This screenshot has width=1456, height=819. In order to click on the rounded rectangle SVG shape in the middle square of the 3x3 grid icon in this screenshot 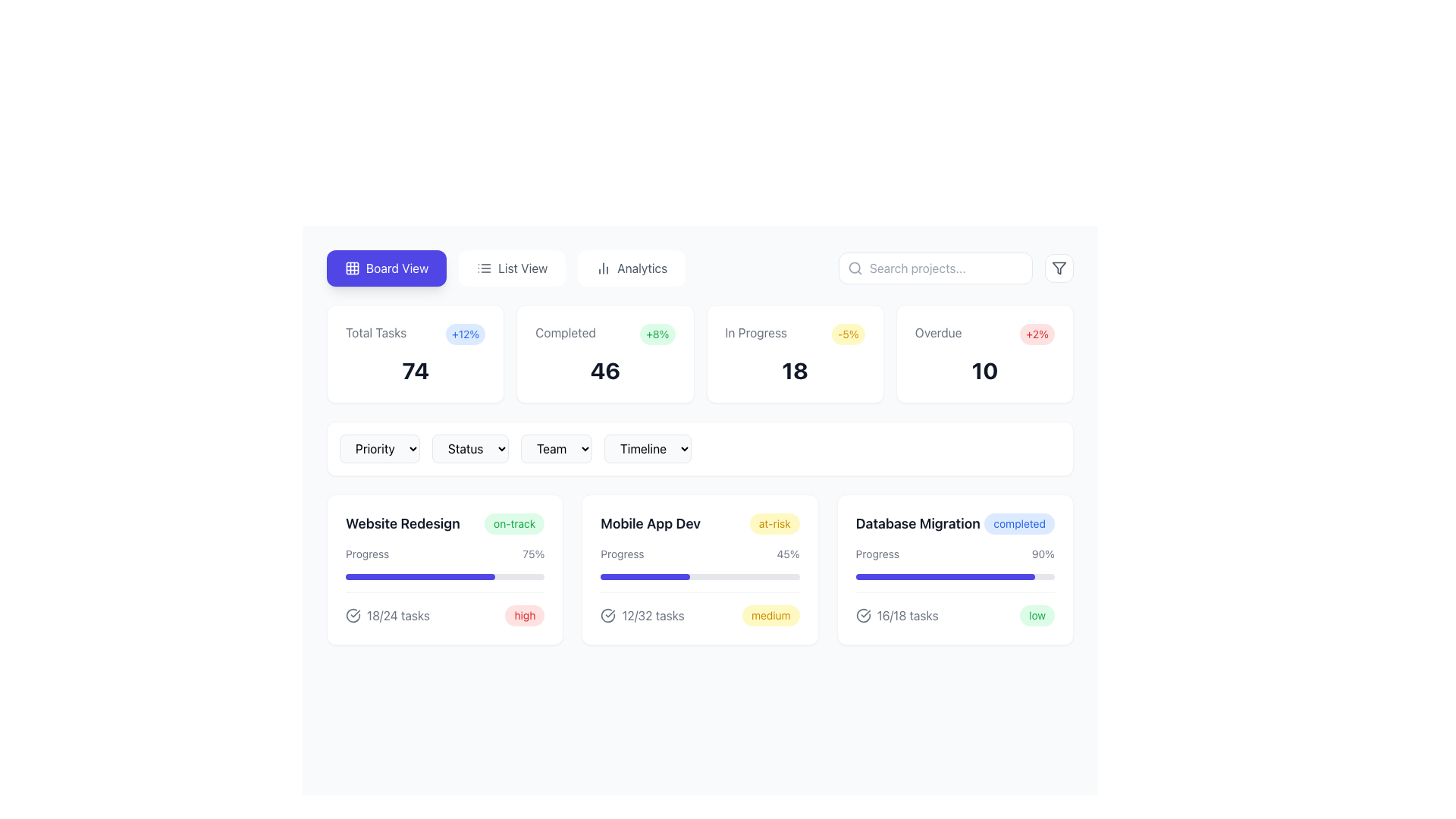, I will do `click(352, 268)`.